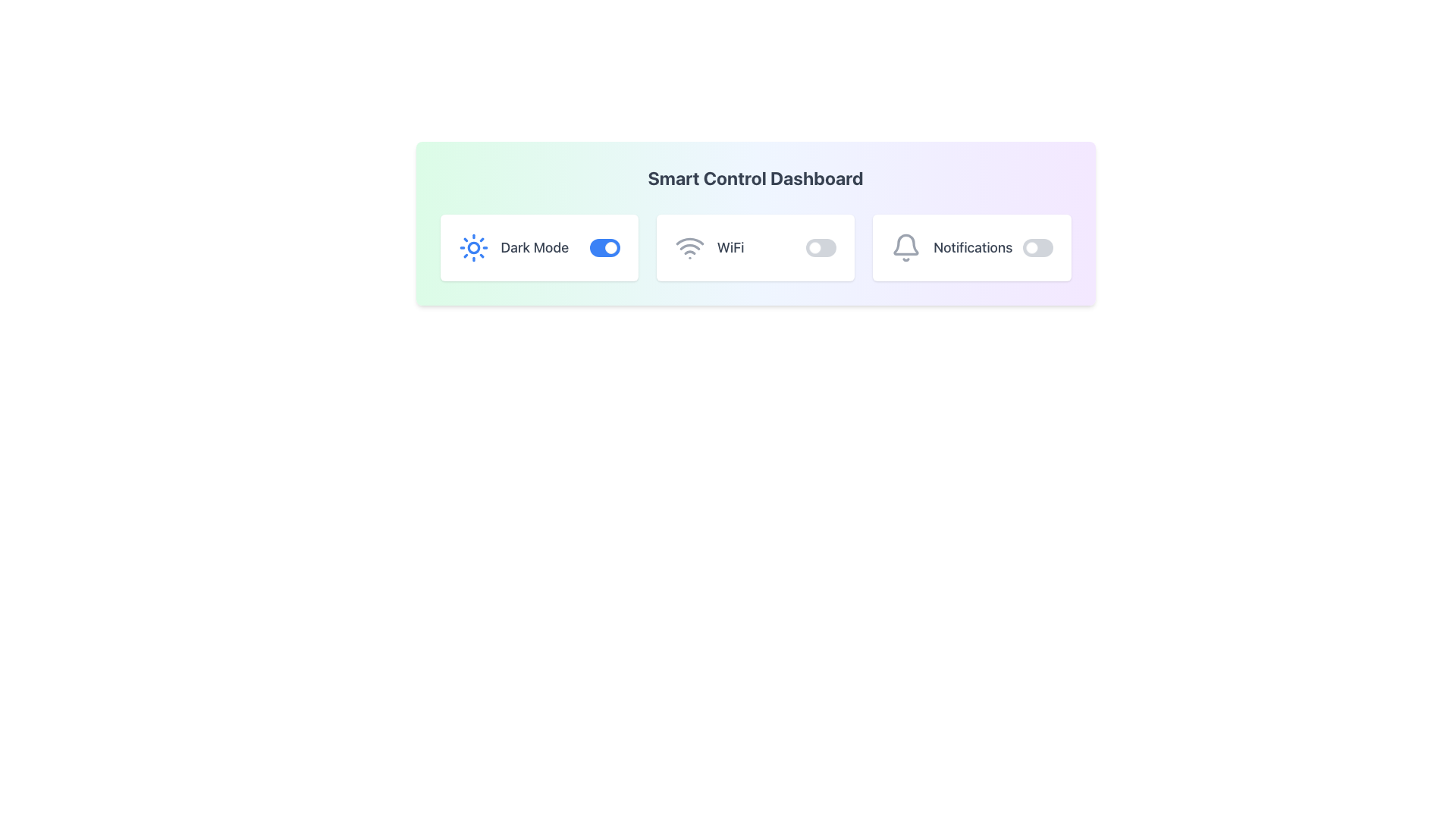  I want to click on the upper portion of the bell icon representing the notifications feature, located to the far right of the dashboard controls, so click(906, 243).